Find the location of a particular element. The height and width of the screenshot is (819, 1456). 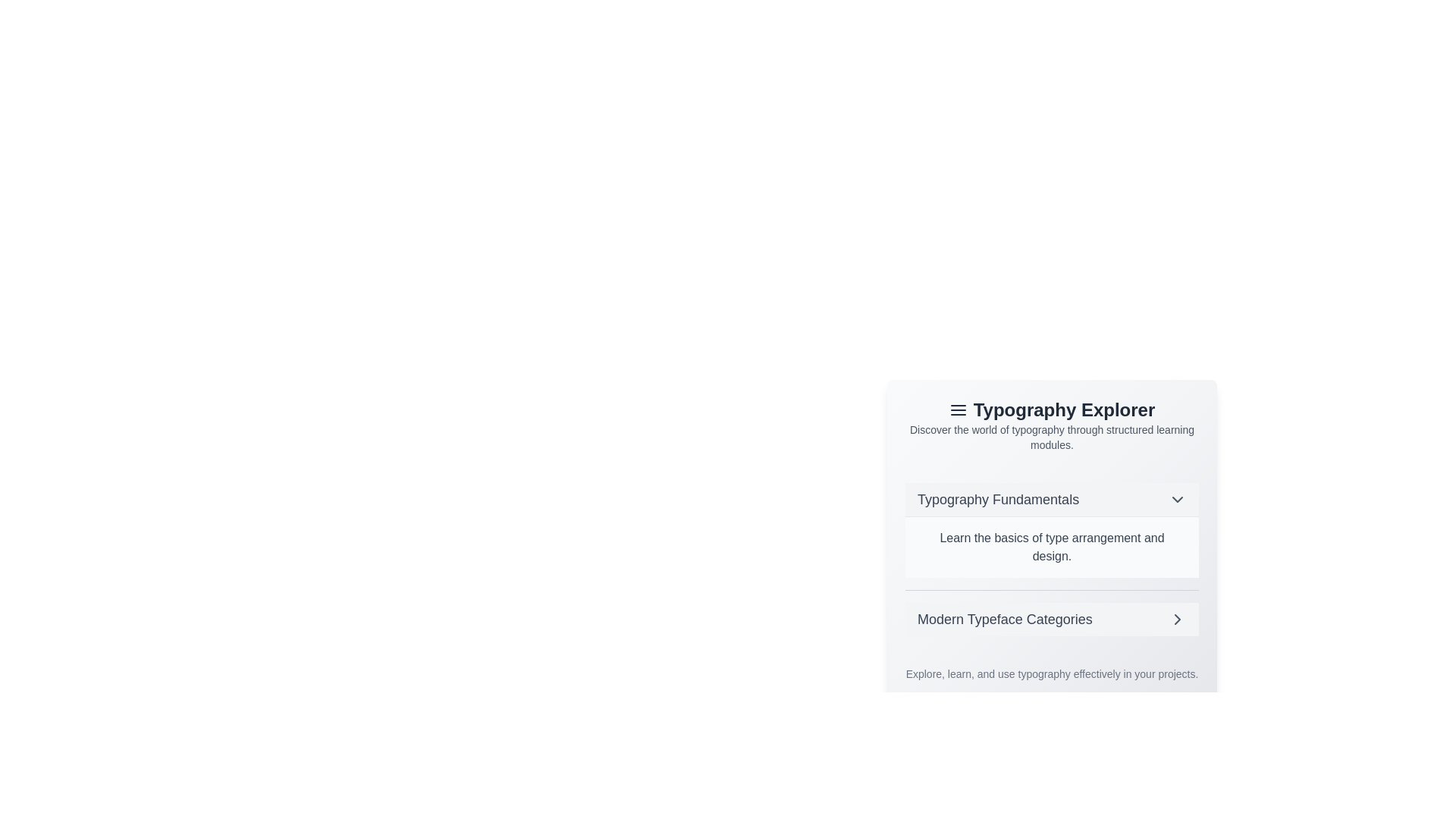

the Chevron Icon located to the right of the text label in the 'Typography Fundamentals' section is located at coordinates (1177, 500).